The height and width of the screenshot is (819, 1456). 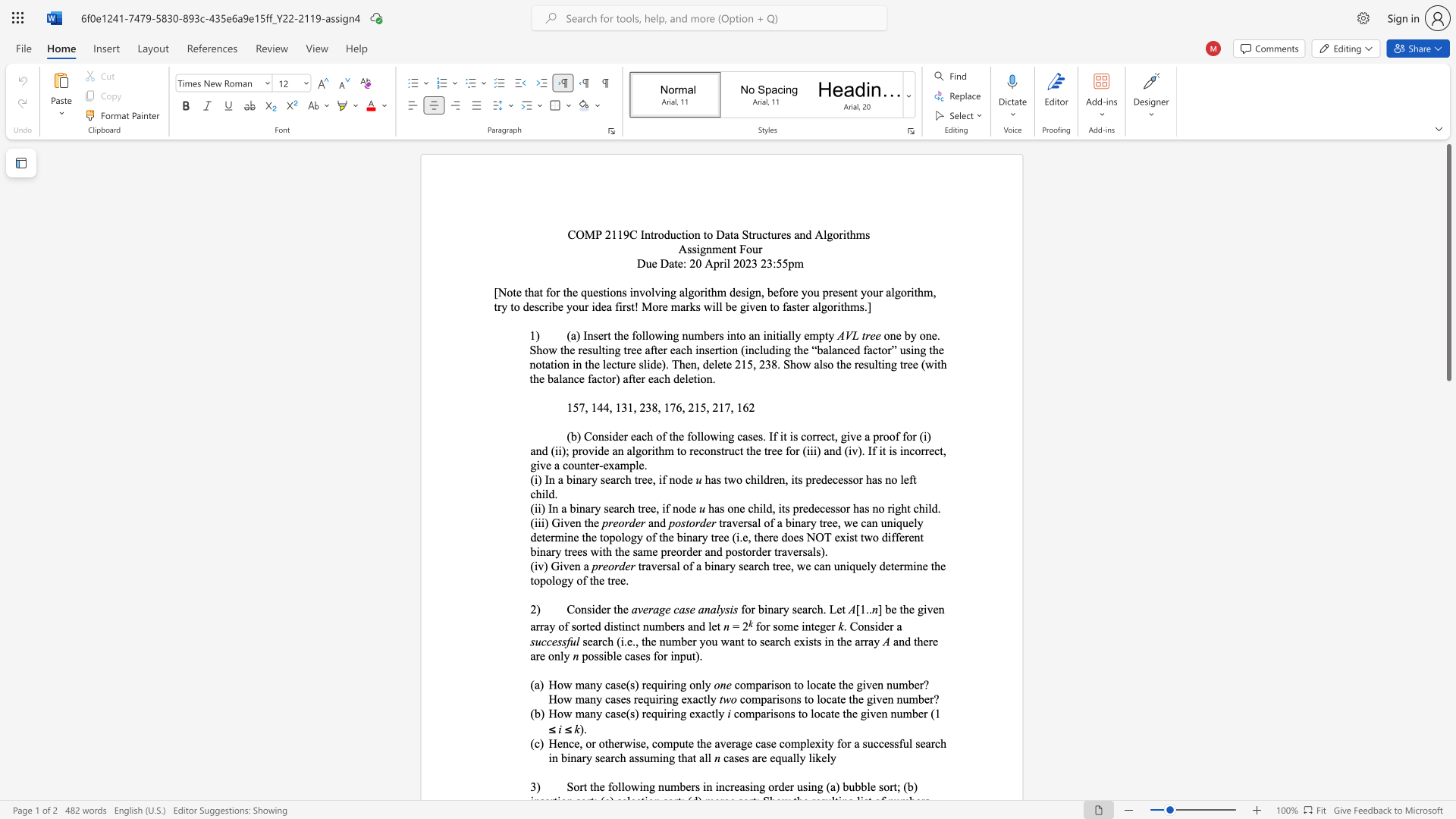 What do you see at coordinates (664, 262) in the screenshot?
I see `the 2th character "D" in the text` at bounding box center [664, 262].